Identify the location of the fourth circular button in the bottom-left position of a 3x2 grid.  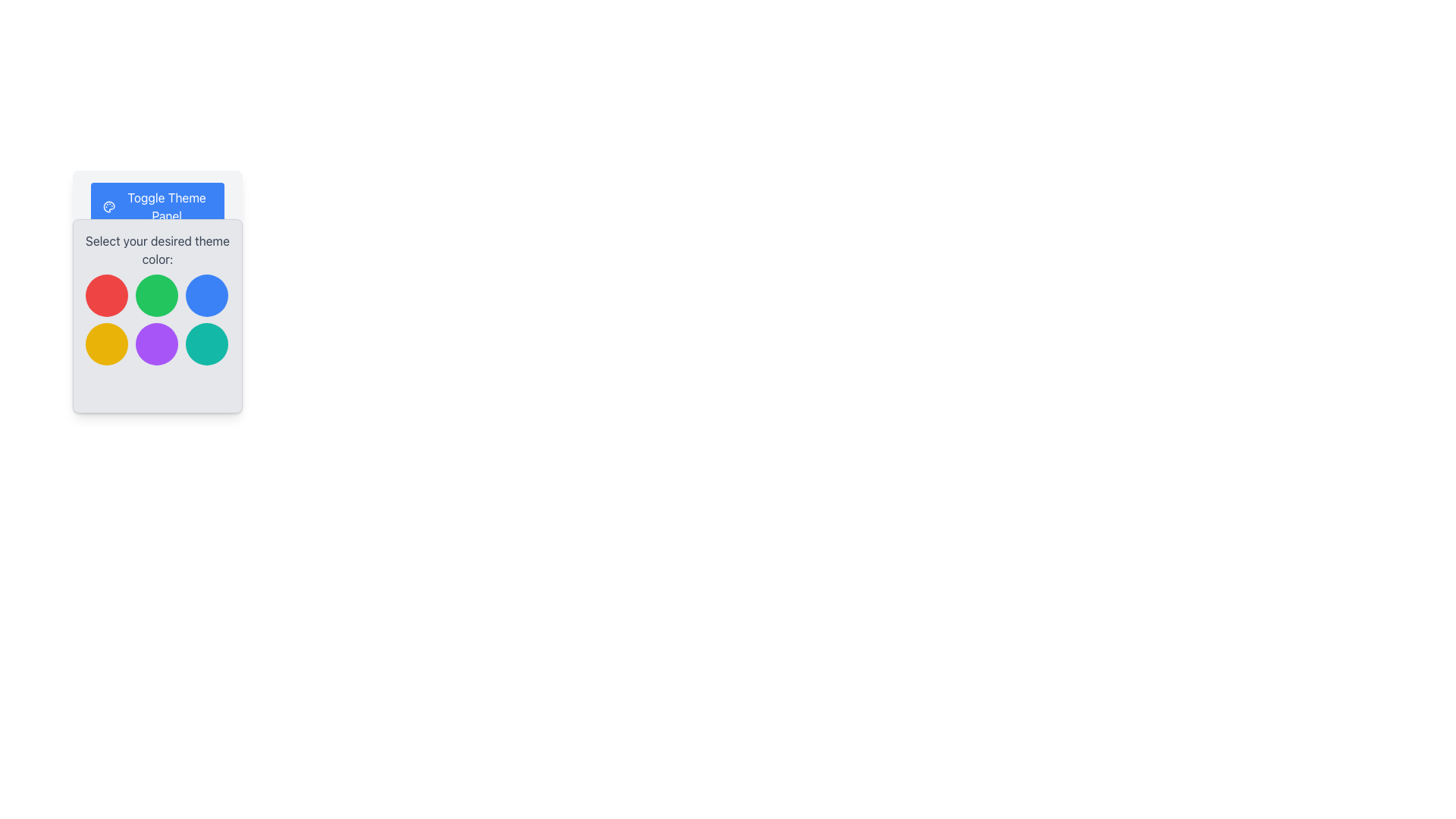
(105, 344).